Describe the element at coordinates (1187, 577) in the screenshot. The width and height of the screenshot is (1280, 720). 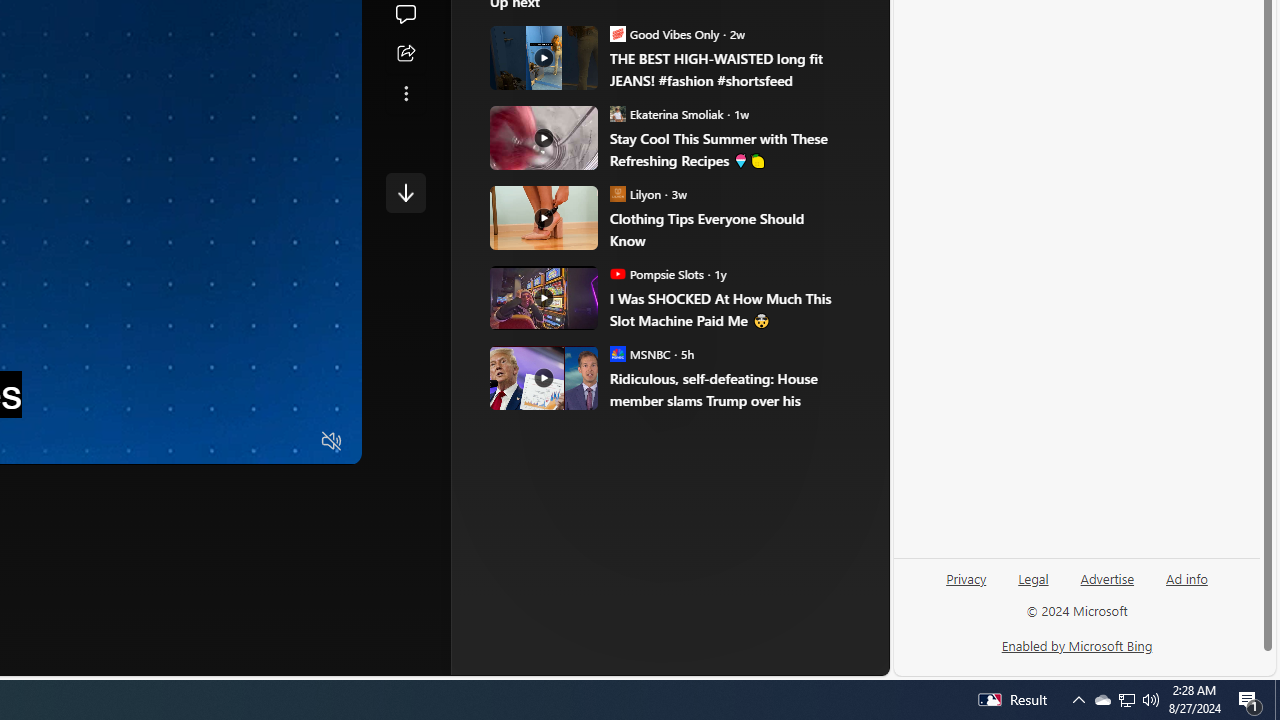
I see `'Ad info'` at that location.